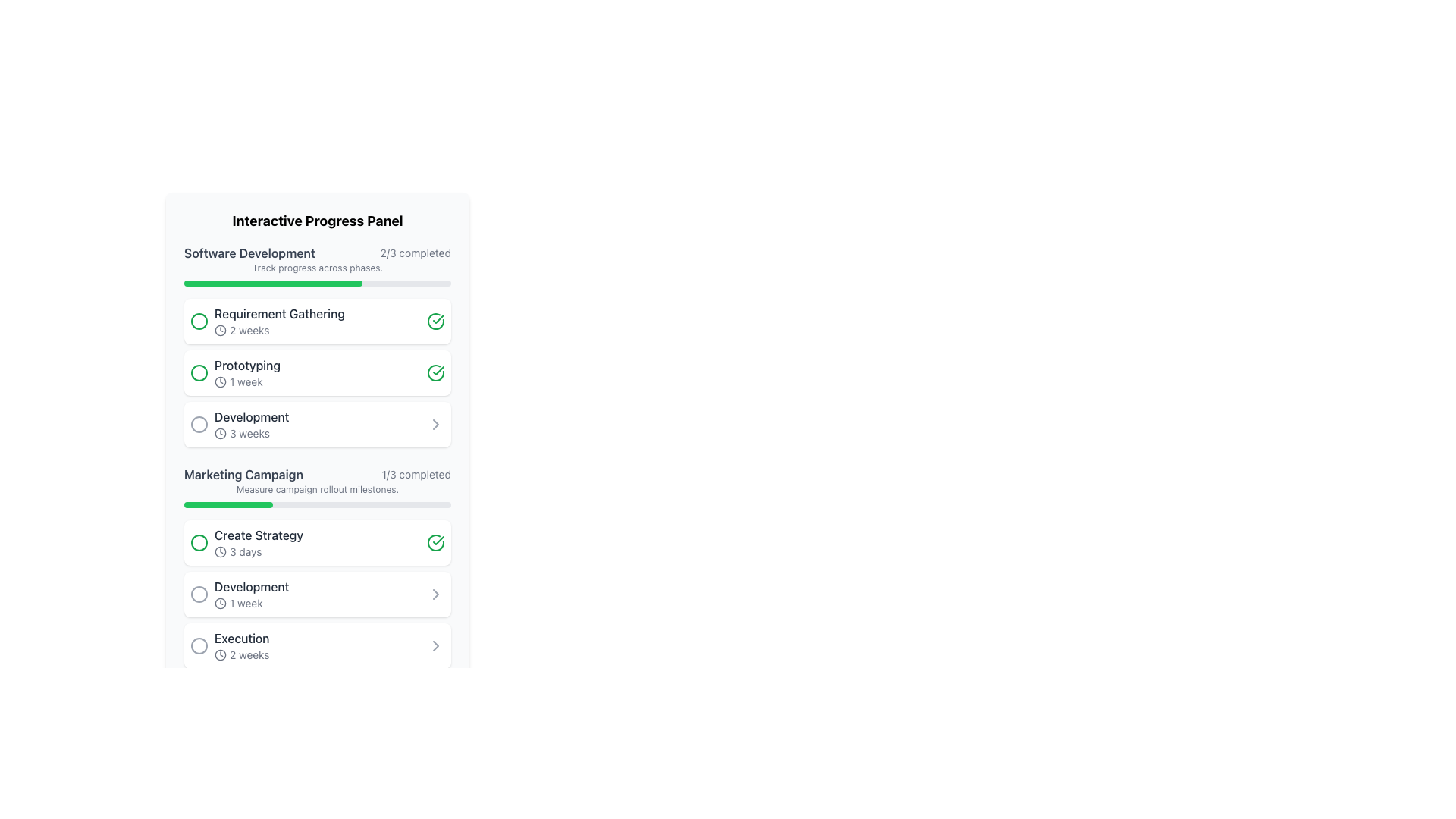 The width and height of the screenshot is (1456, 819). I want to click on the 'Development' task label in the Software Development section of the progress panel, so click(252, 417).